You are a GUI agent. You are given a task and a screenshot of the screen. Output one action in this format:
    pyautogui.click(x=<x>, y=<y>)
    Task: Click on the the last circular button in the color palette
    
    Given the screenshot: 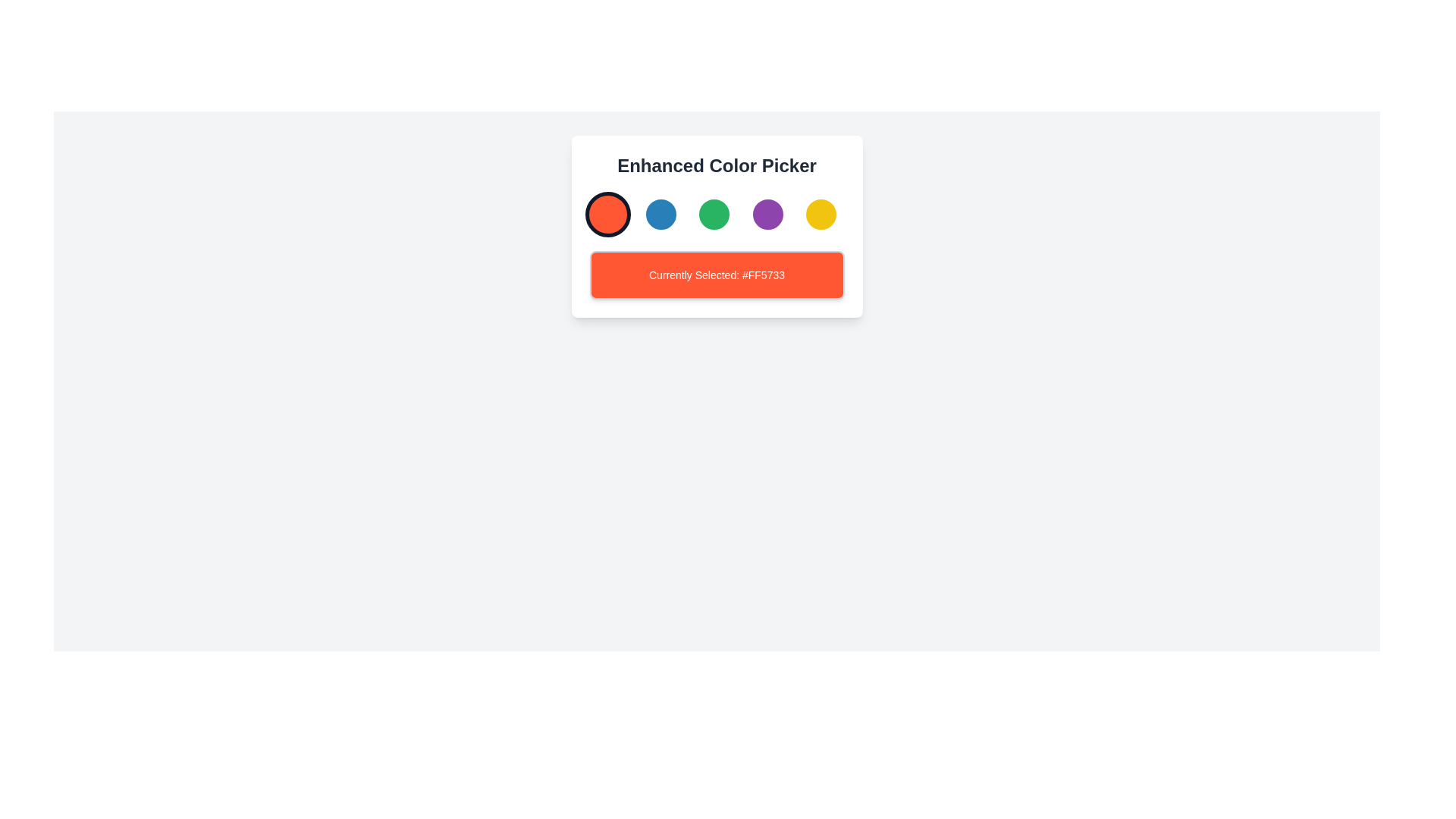 What is the action you would take?
    pyautogui.click(x=821, y=214)
    